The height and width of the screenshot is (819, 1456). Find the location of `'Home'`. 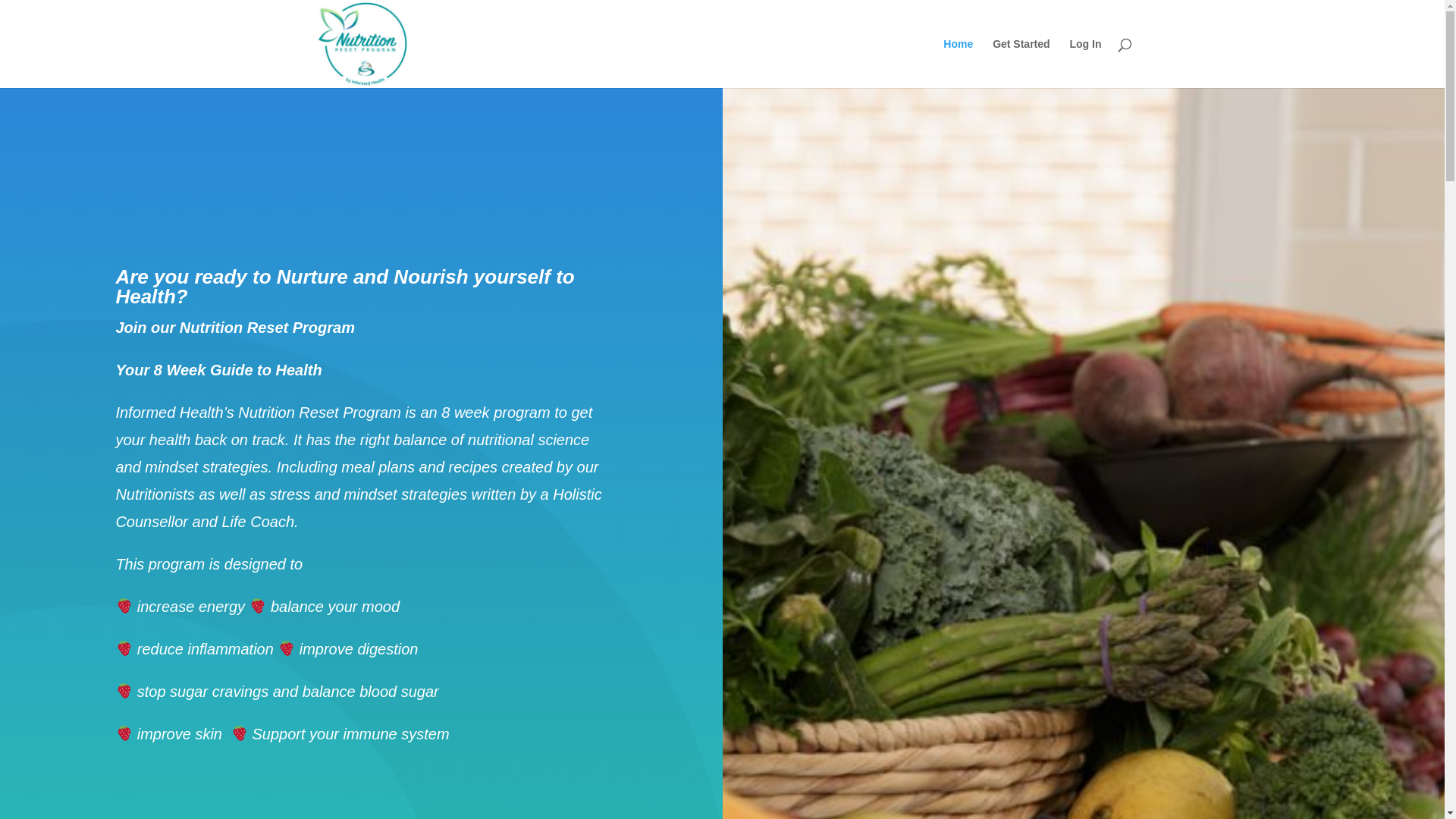

'Home' is located at coordinates (942, 62).